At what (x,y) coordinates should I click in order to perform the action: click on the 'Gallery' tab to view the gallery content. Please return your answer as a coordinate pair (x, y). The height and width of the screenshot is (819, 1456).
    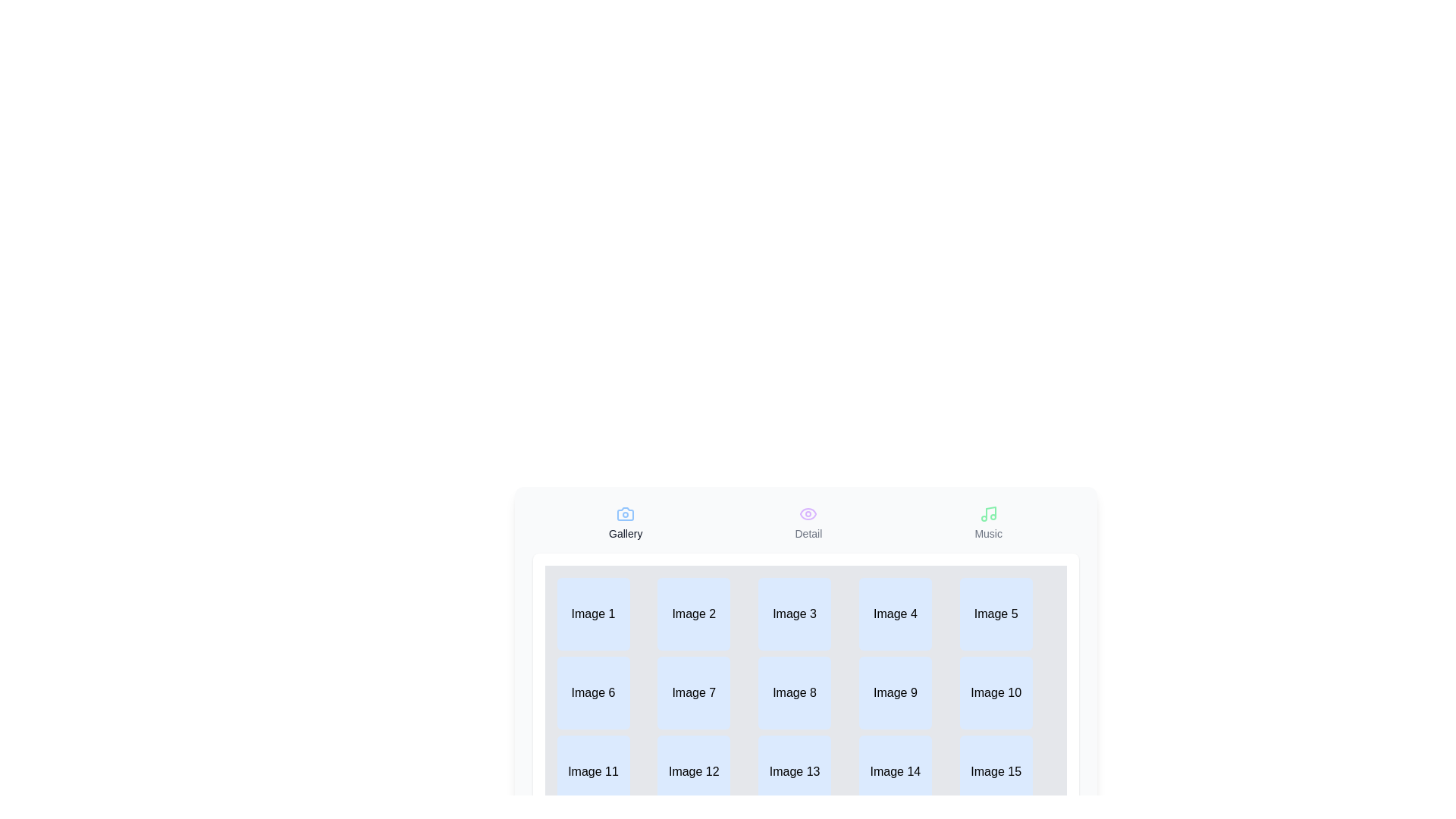
    Looking at the image, I should click on (626, 522).